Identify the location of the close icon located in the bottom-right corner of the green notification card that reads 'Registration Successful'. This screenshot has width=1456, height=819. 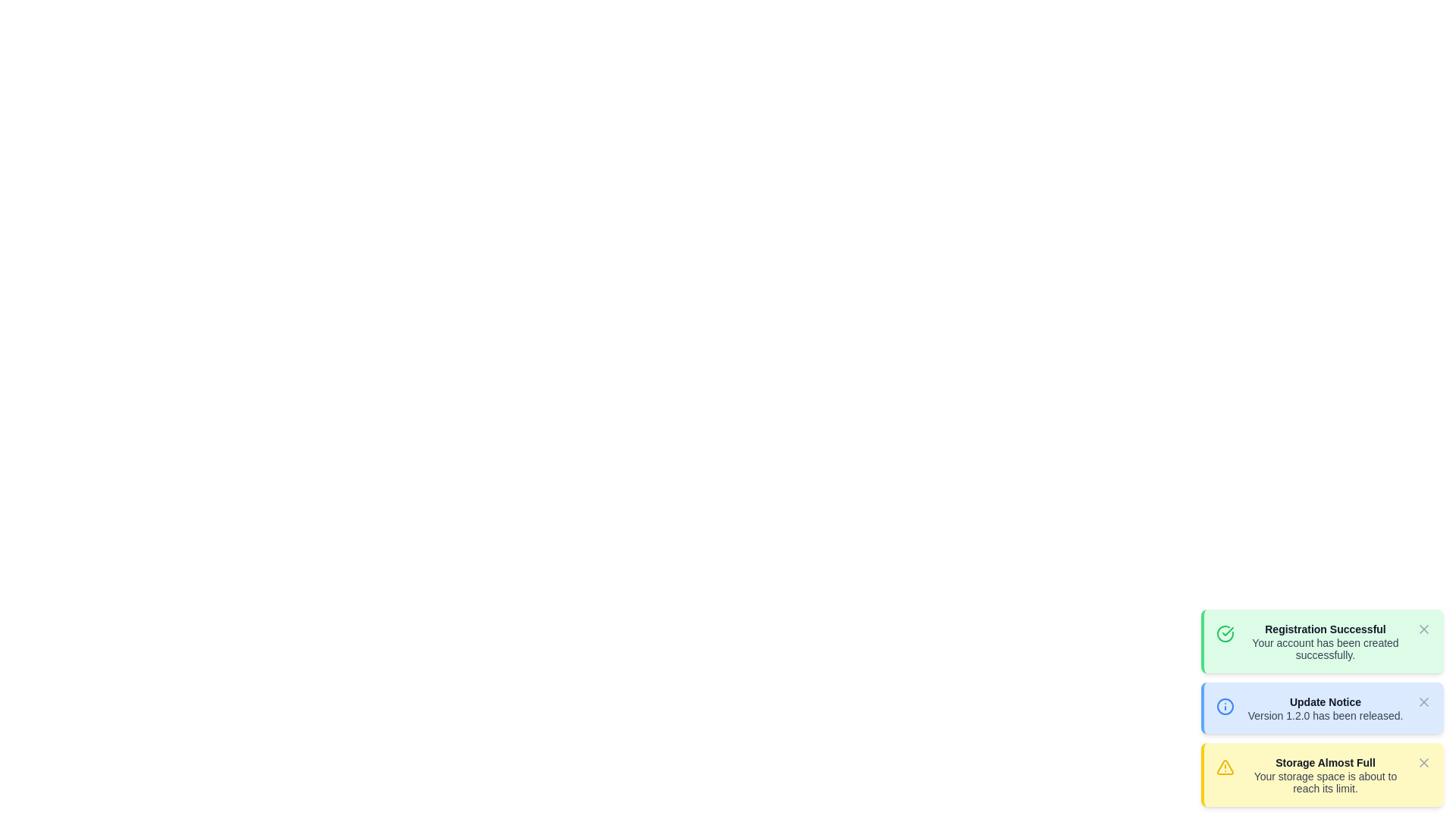
(1423, 629).